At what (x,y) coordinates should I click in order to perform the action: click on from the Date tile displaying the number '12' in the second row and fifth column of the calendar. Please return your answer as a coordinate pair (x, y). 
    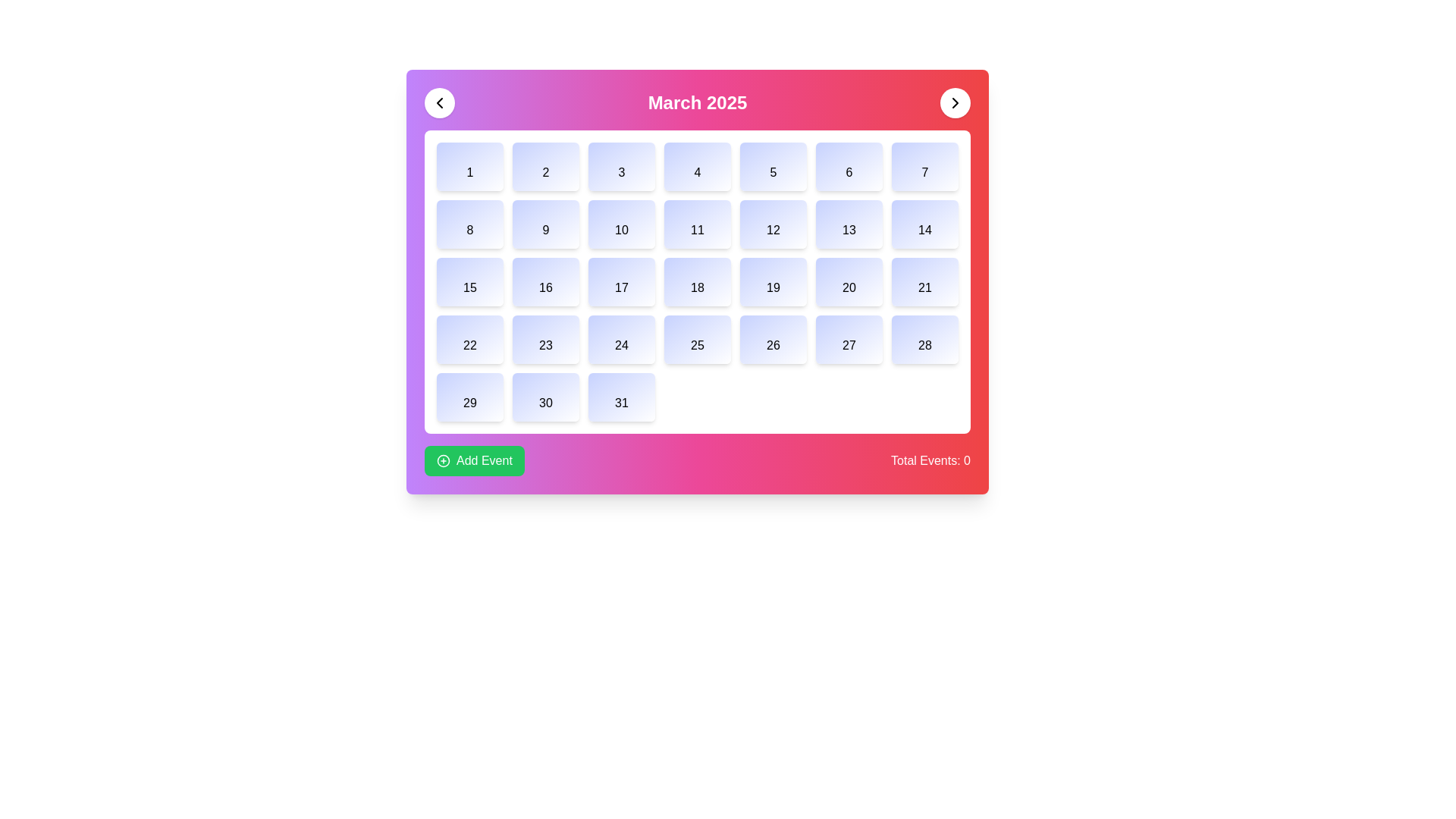
    Looking at the image, I should click on (773, 224).